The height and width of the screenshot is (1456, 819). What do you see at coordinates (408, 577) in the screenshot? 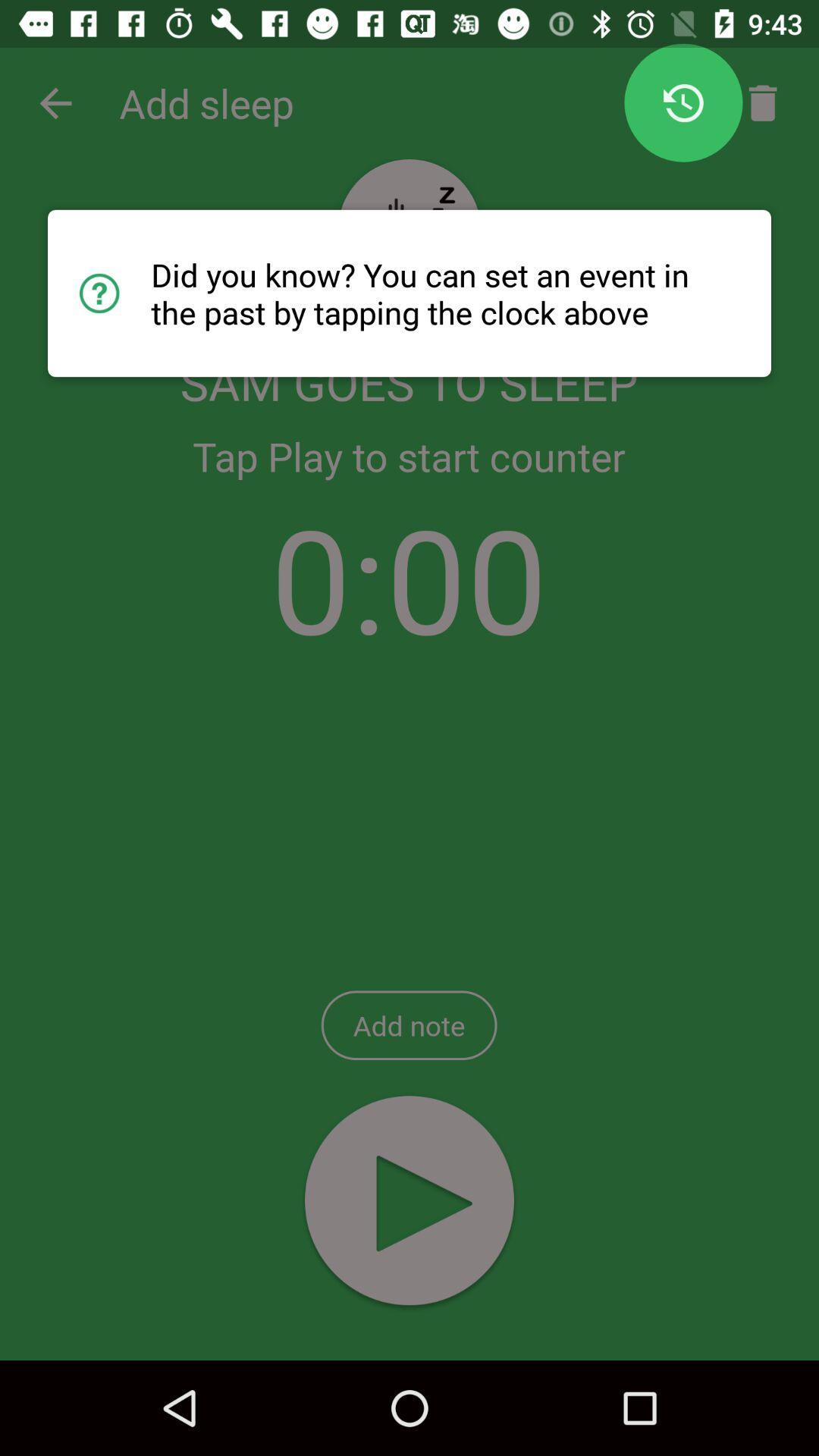
I see `the icon below the tap play to` at bounding box center [408, 577].